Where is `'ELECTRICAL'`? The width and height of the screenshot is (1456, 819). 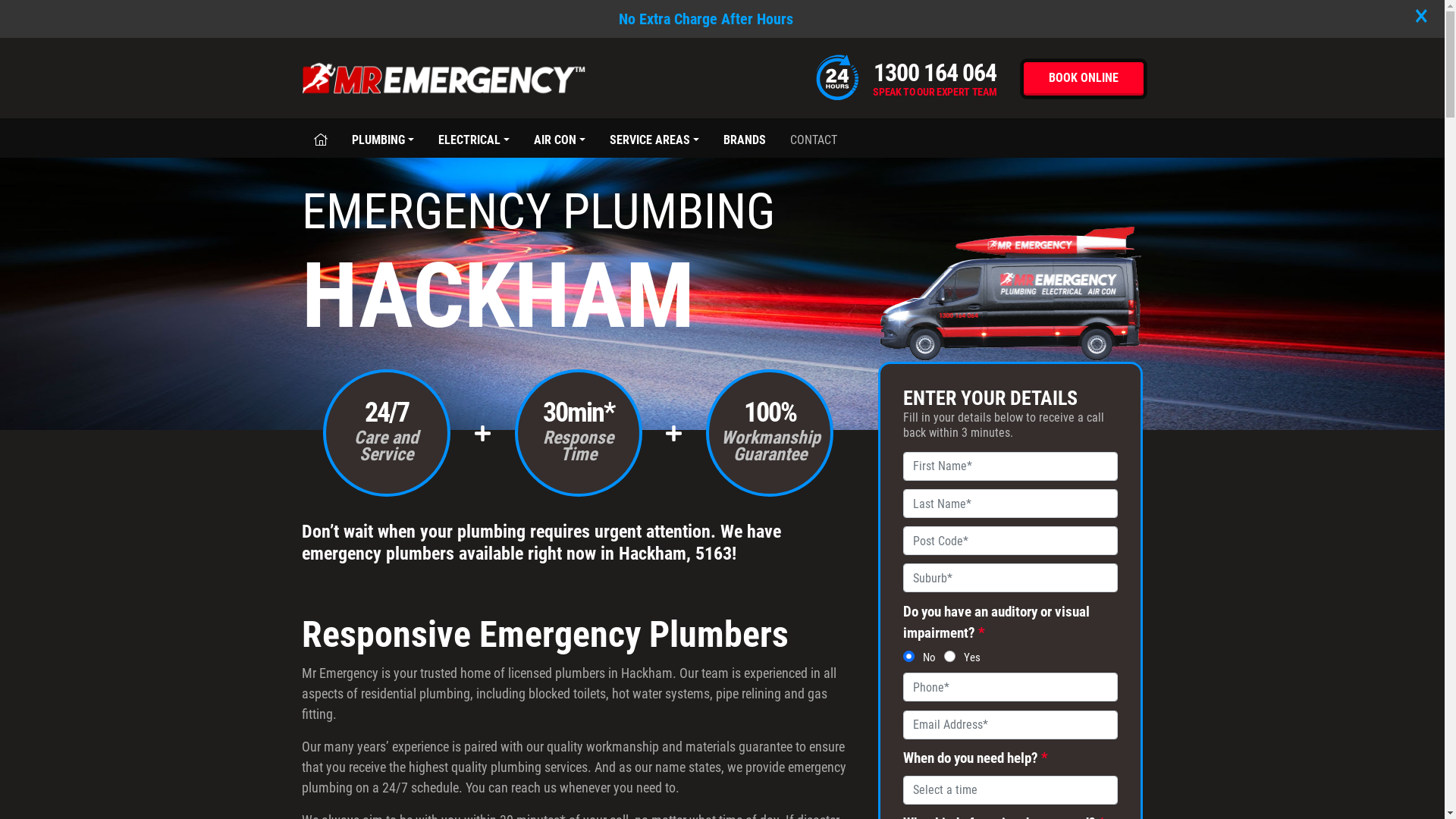 'ELECTRICAL' is located at coordinates (425, 138).